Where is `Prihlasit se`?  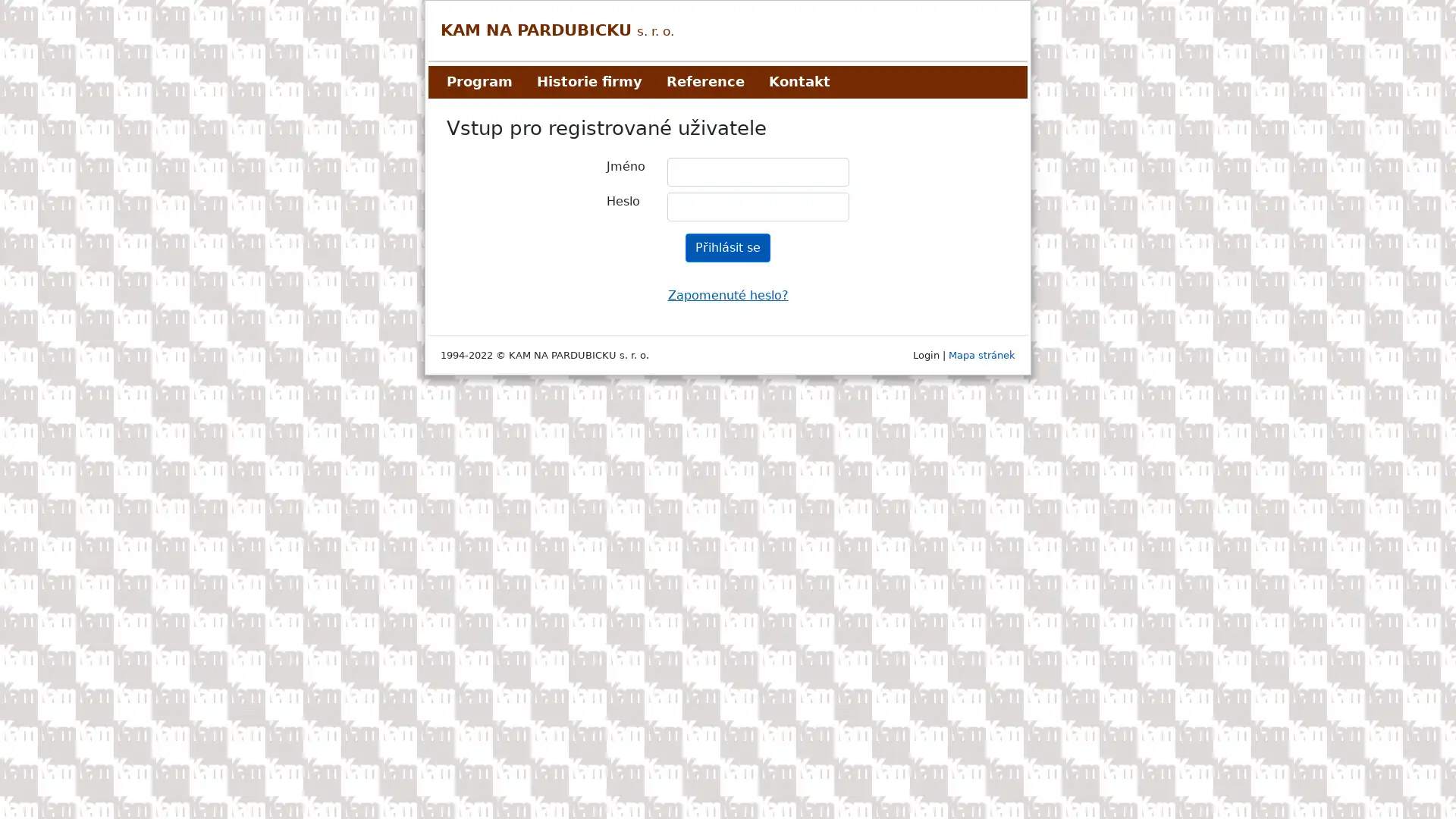
Prihlasit se is located at coordinates (728, 247).